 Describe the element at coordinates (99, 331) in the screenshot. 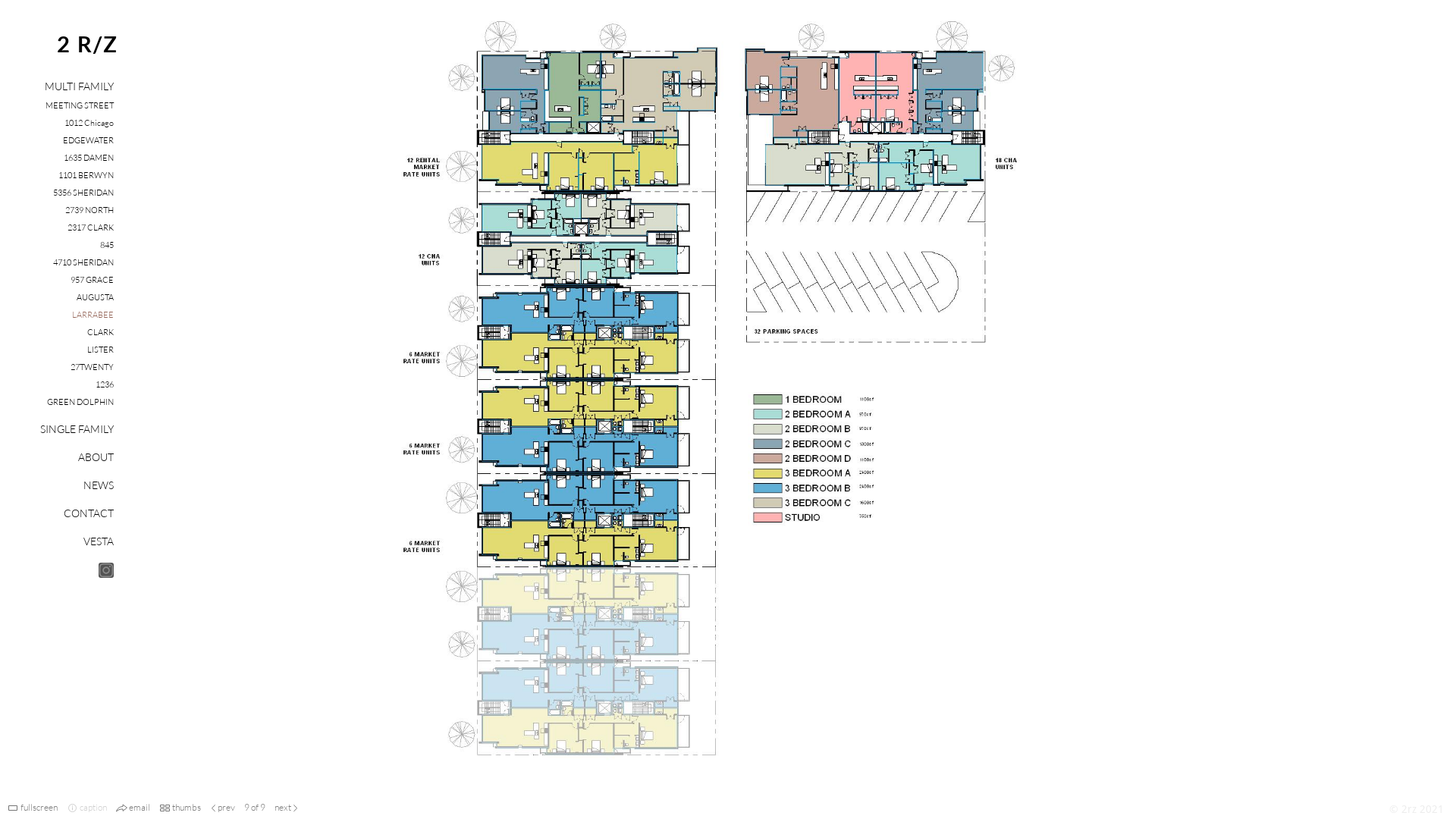

I see `'CLARK'` at that location.